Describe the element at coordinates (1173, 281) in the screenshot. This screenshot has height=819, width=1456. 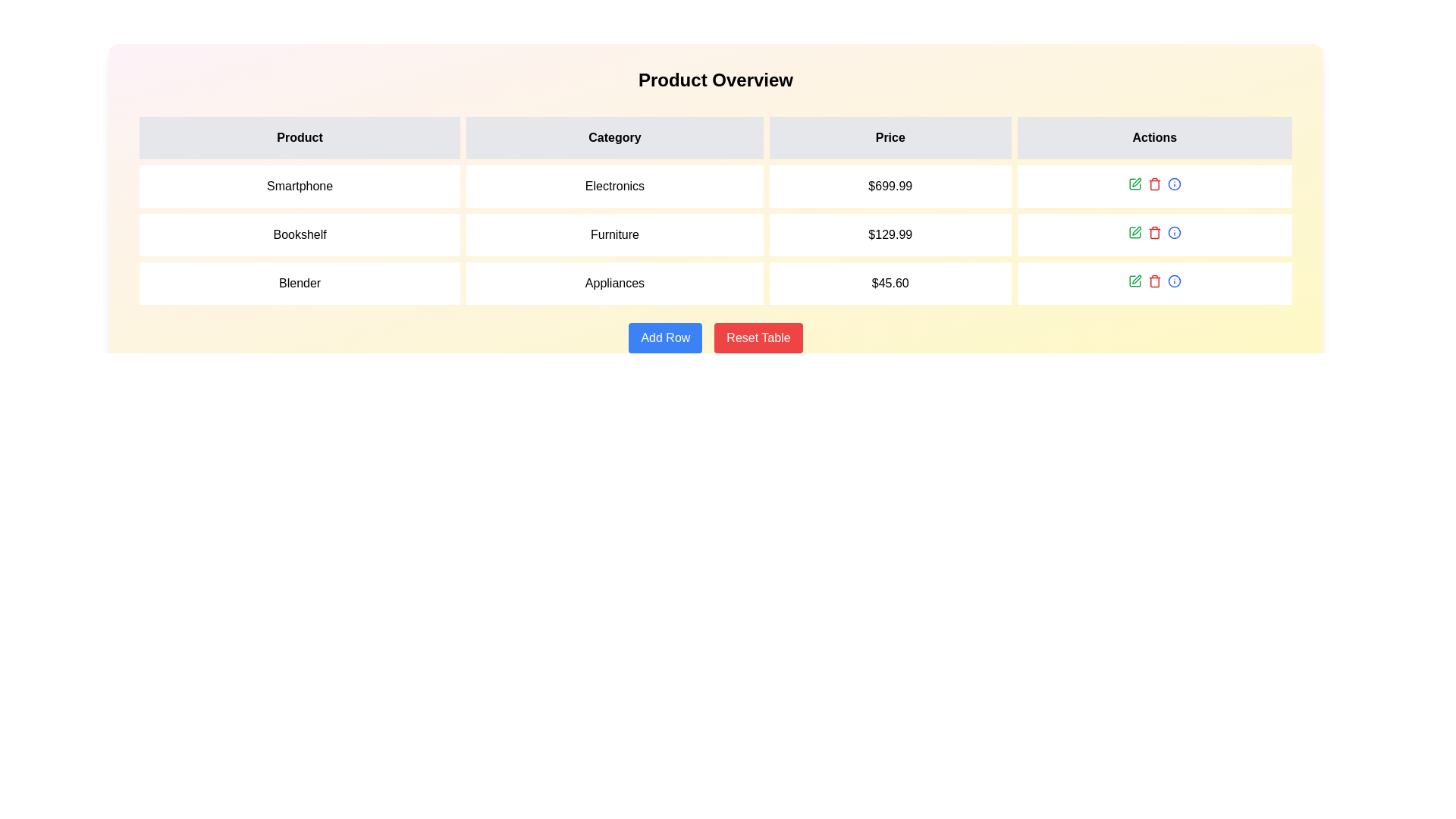
I see `the blue circular informational icon button with an 'i' symbol located in the Actions column of the third row for the Blender product to invoke its action` at that location.